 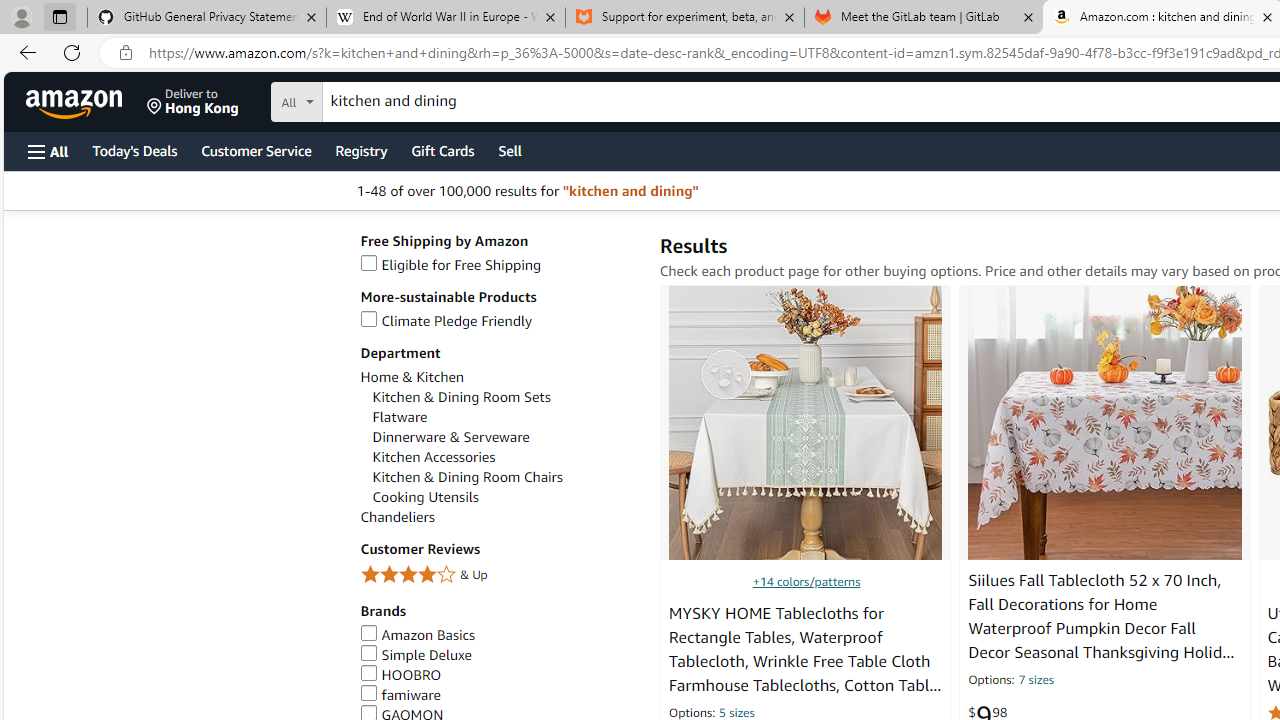 What do you see at coordinates (466, 477) in the screenshot?
I see `'Kitchen & Dining Room Chairs'` at bounding box center [466, 477].